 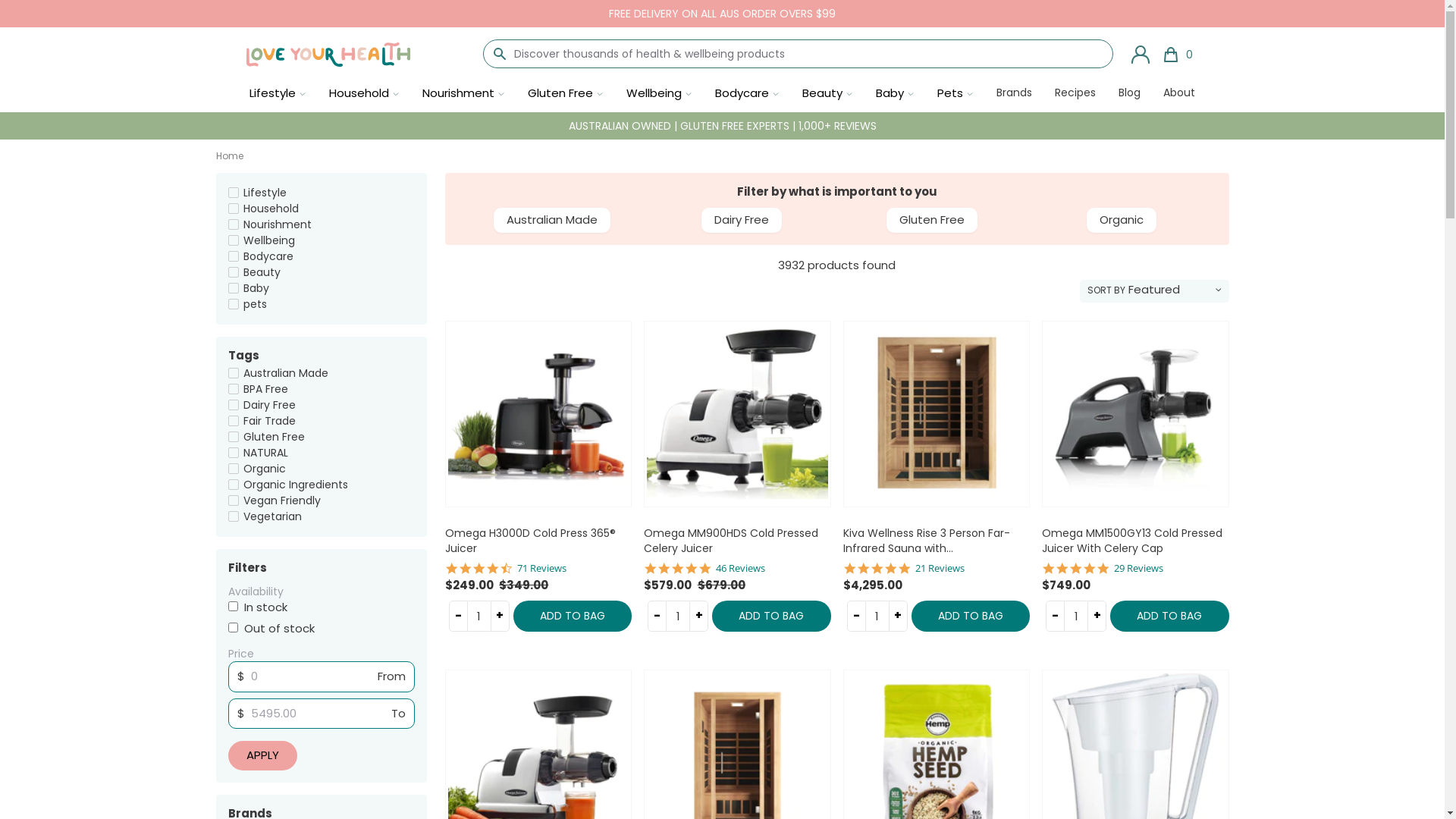 I want to click on 'Baby', so click(x=256, y=288).